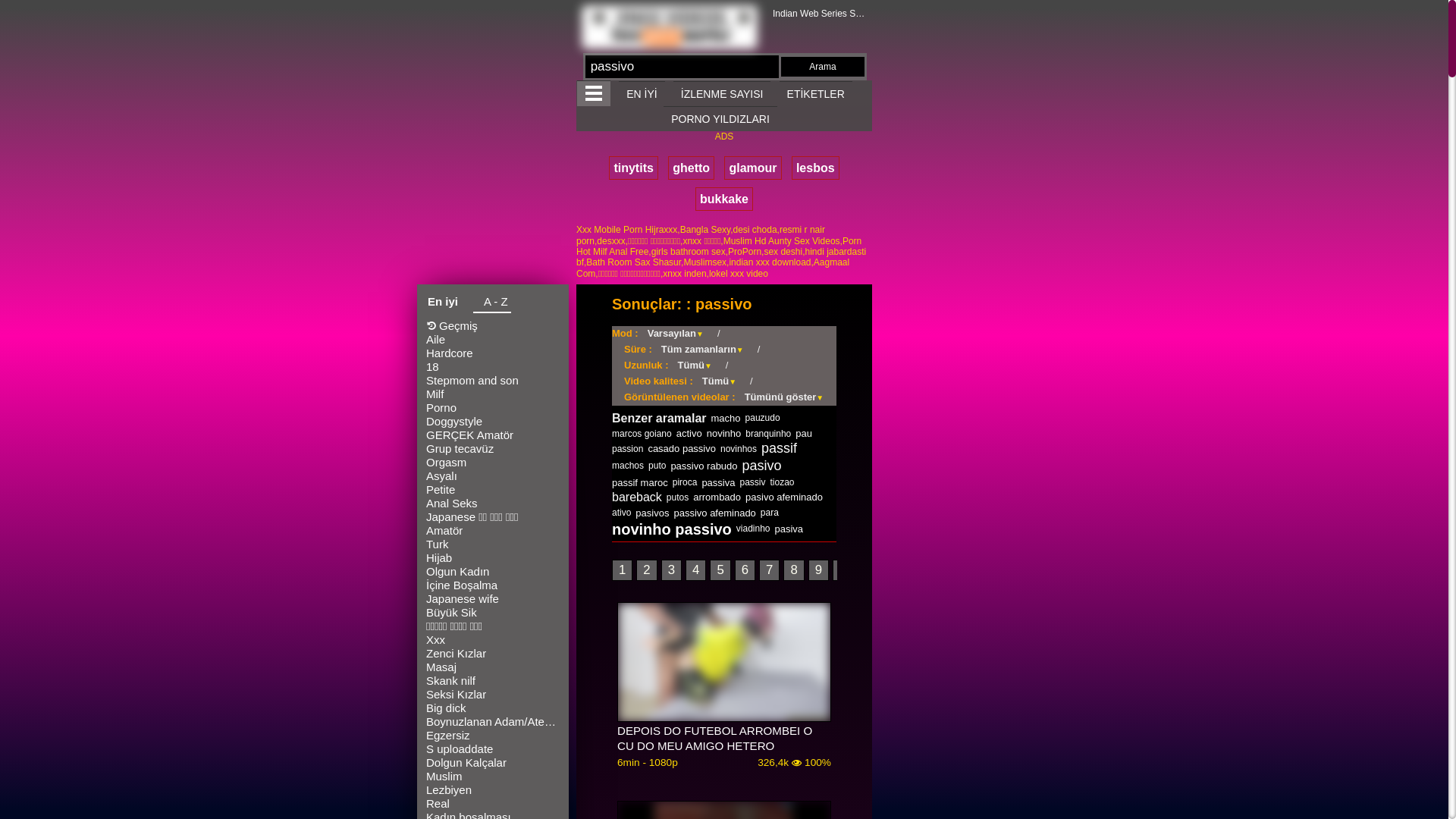  I want to click on '9', so click(817, 570).